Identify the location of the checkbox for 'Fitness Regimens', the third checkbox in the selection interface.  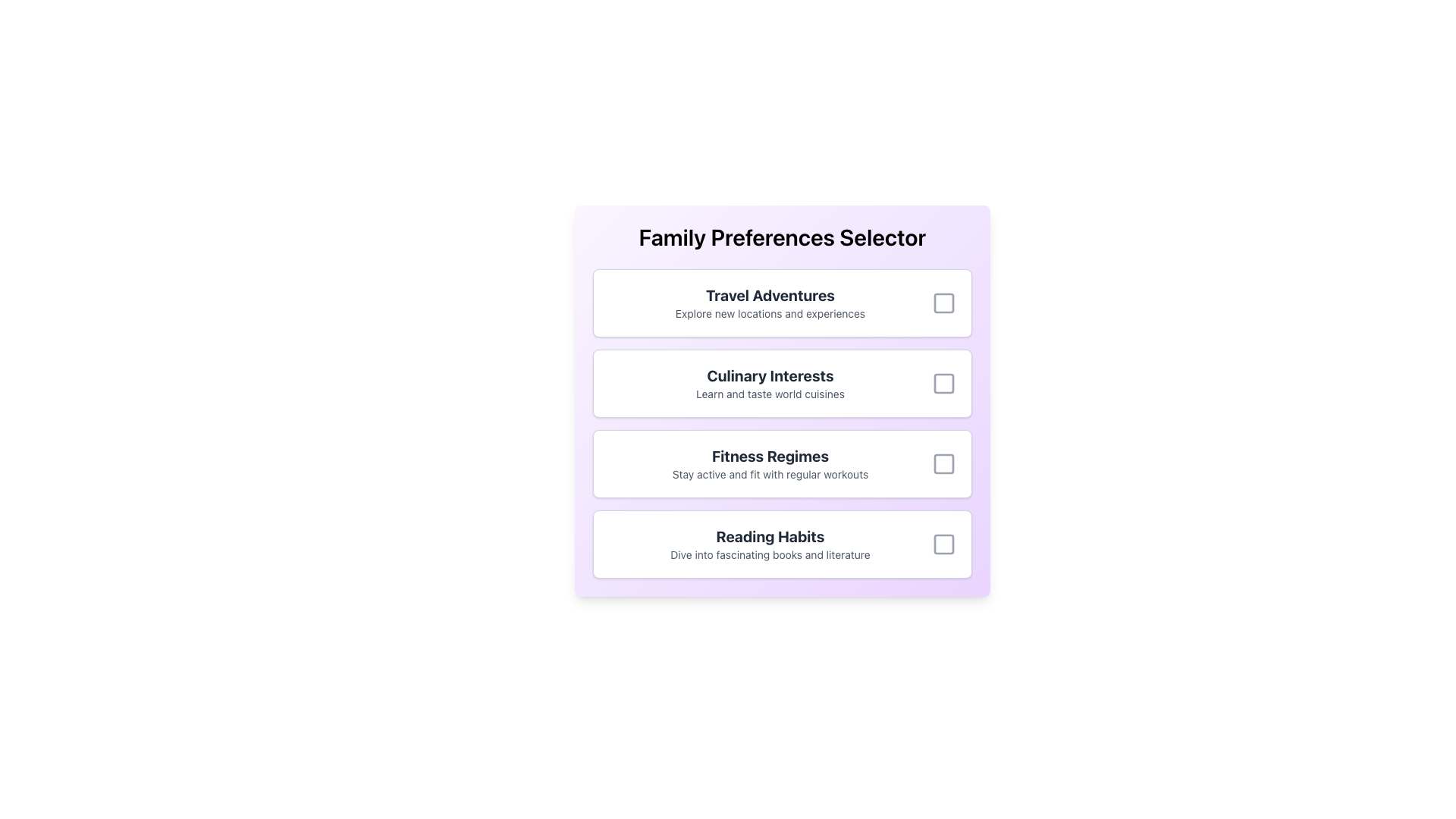
(943, 463).